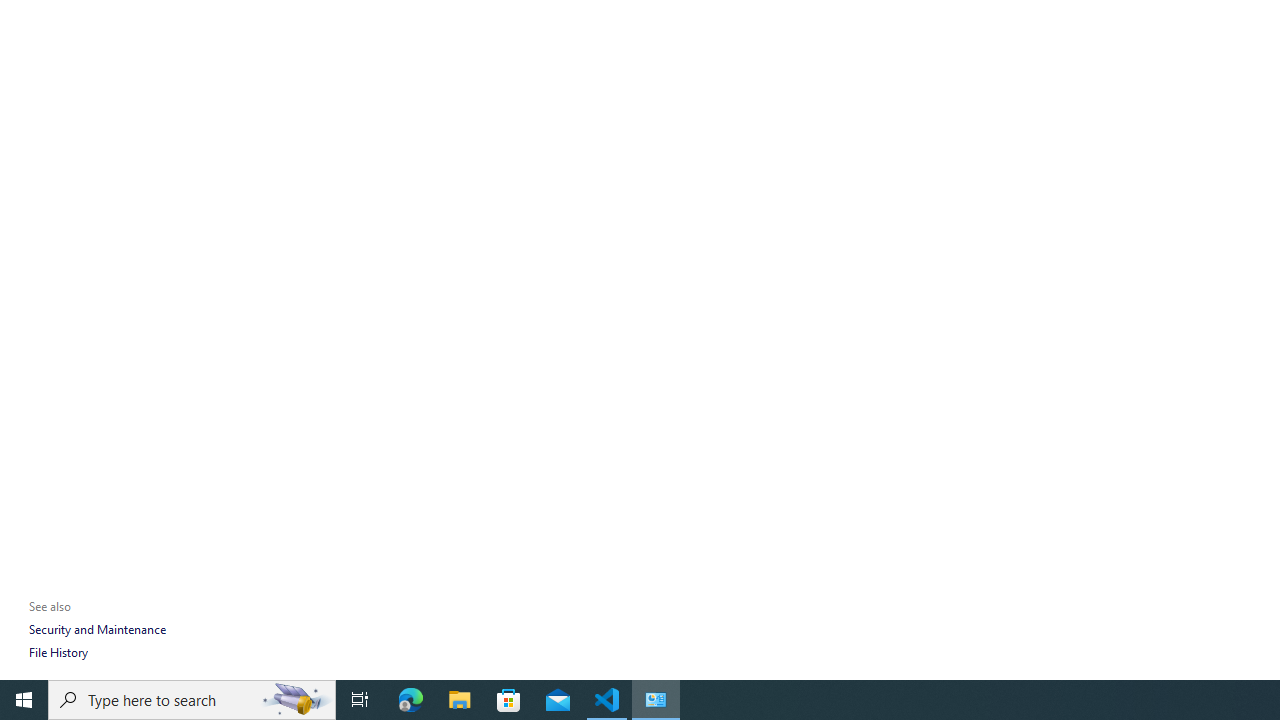 The image size is (1280, 720). Describe the element at coordinates (410, 698) in the screenshot. I see `'Microsoft Edge'` at that location.